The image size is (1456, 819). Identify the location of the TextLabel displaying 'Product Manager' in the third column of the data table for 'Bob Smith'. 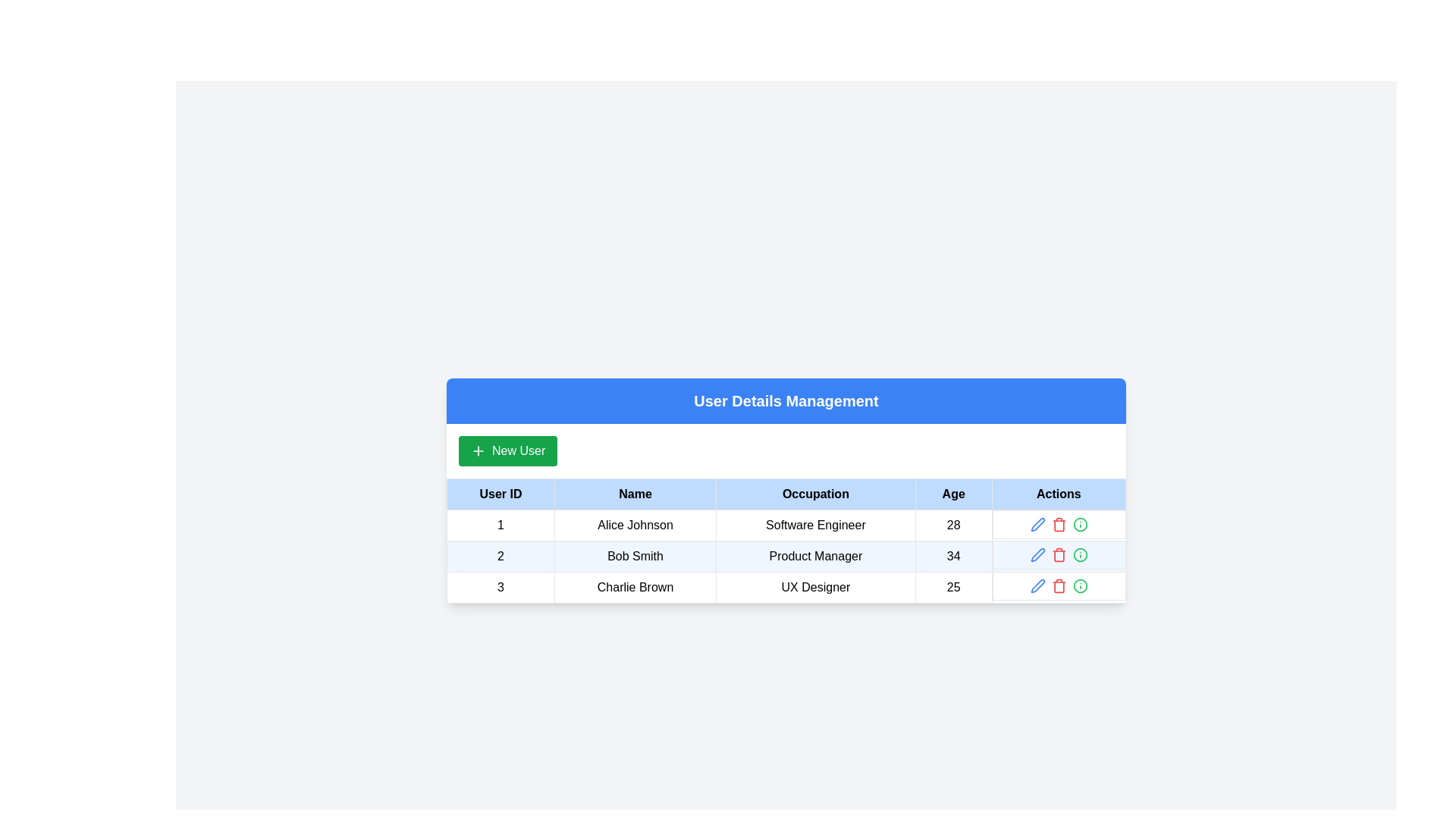
(814, 556).